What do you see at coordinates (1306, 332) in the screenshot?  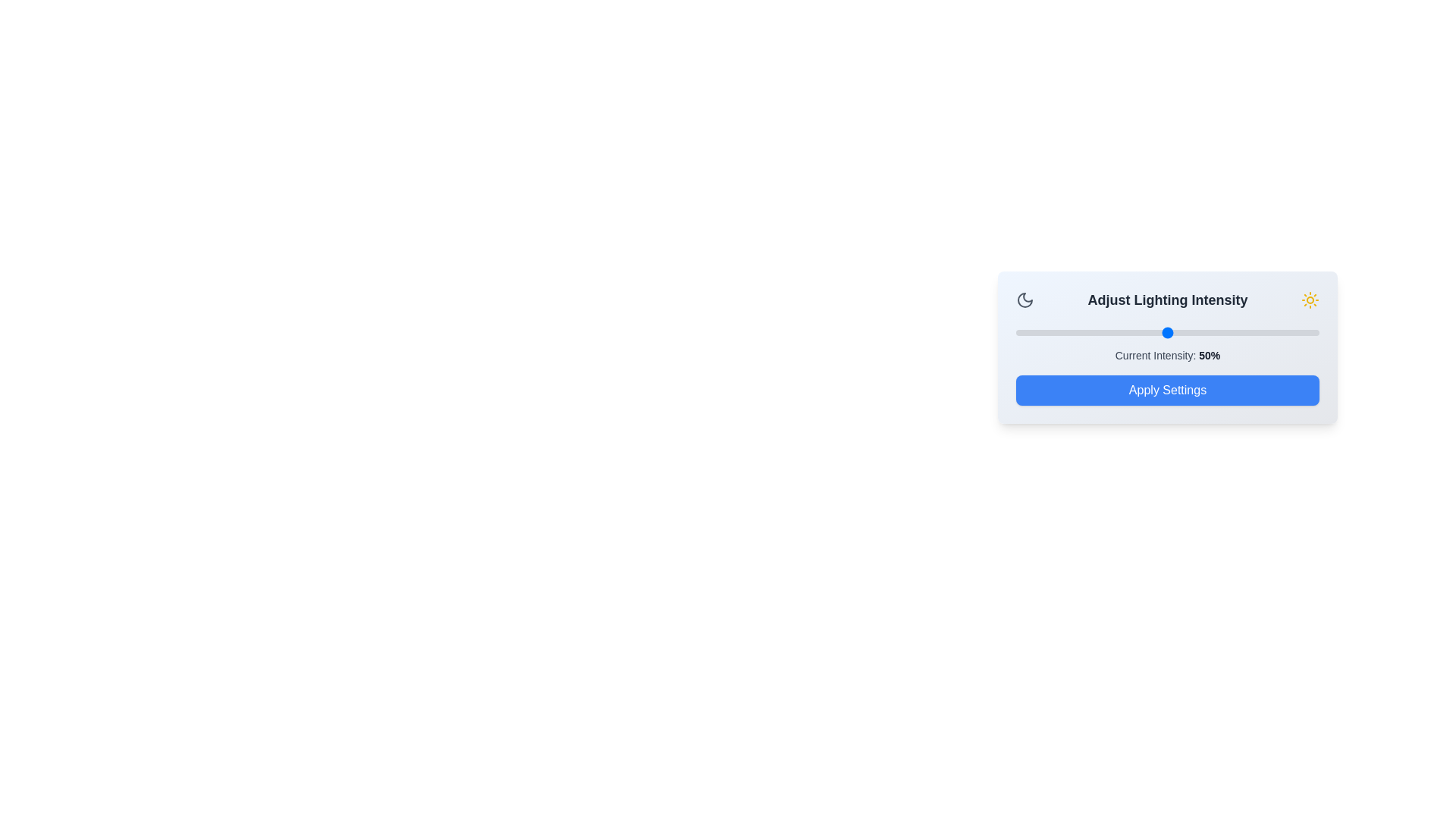 I see `the intensity slider to set the intensity to 96%` at bounding box center [1306, 332].